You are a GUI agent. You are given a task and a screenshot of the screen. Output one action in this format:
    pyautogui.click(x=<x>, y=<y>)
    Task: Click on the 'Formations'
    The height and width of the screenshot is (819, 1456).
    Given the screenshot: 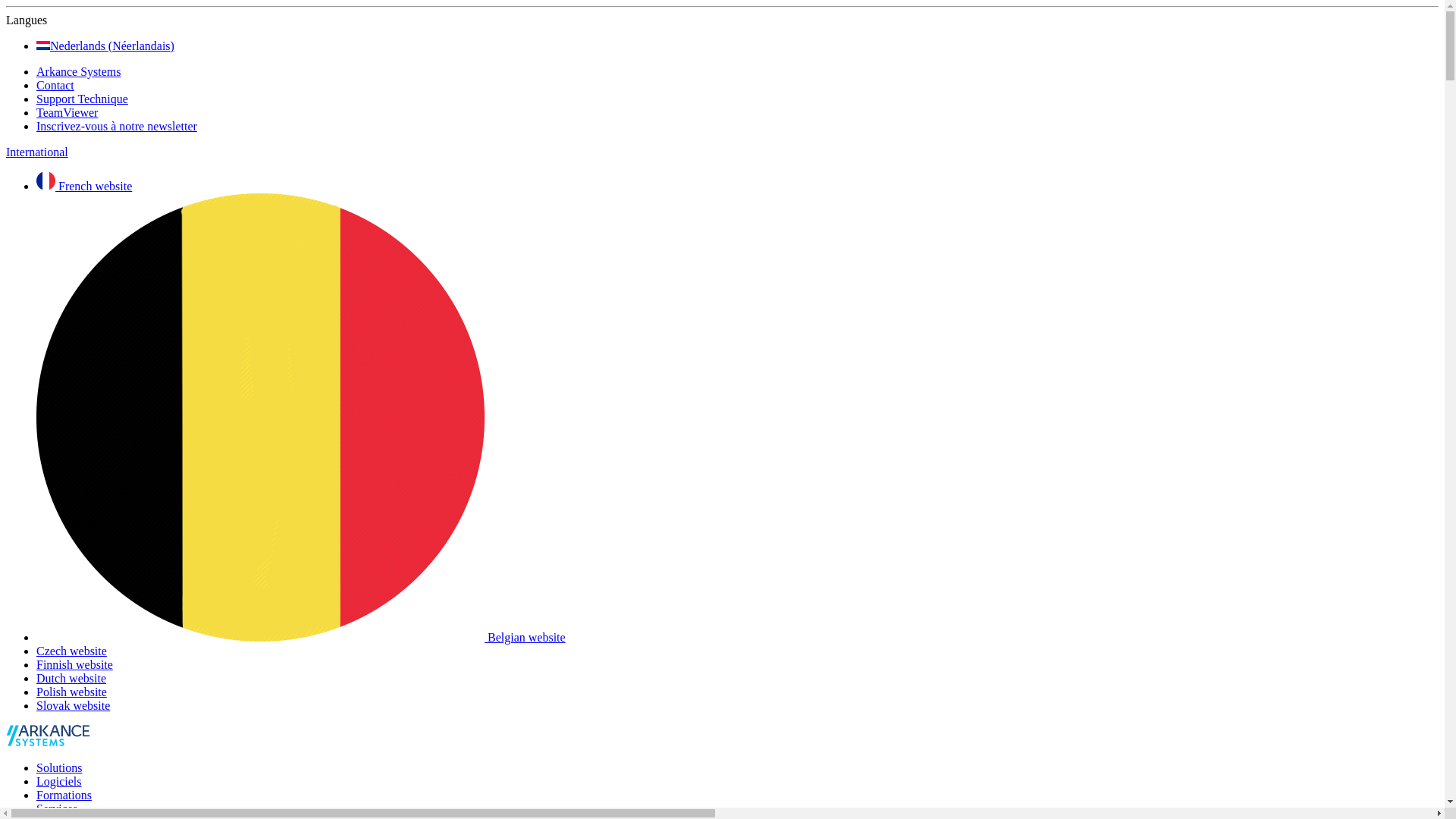 What is the action you would take?
    pyautogui.click(x=63, y=794)
    